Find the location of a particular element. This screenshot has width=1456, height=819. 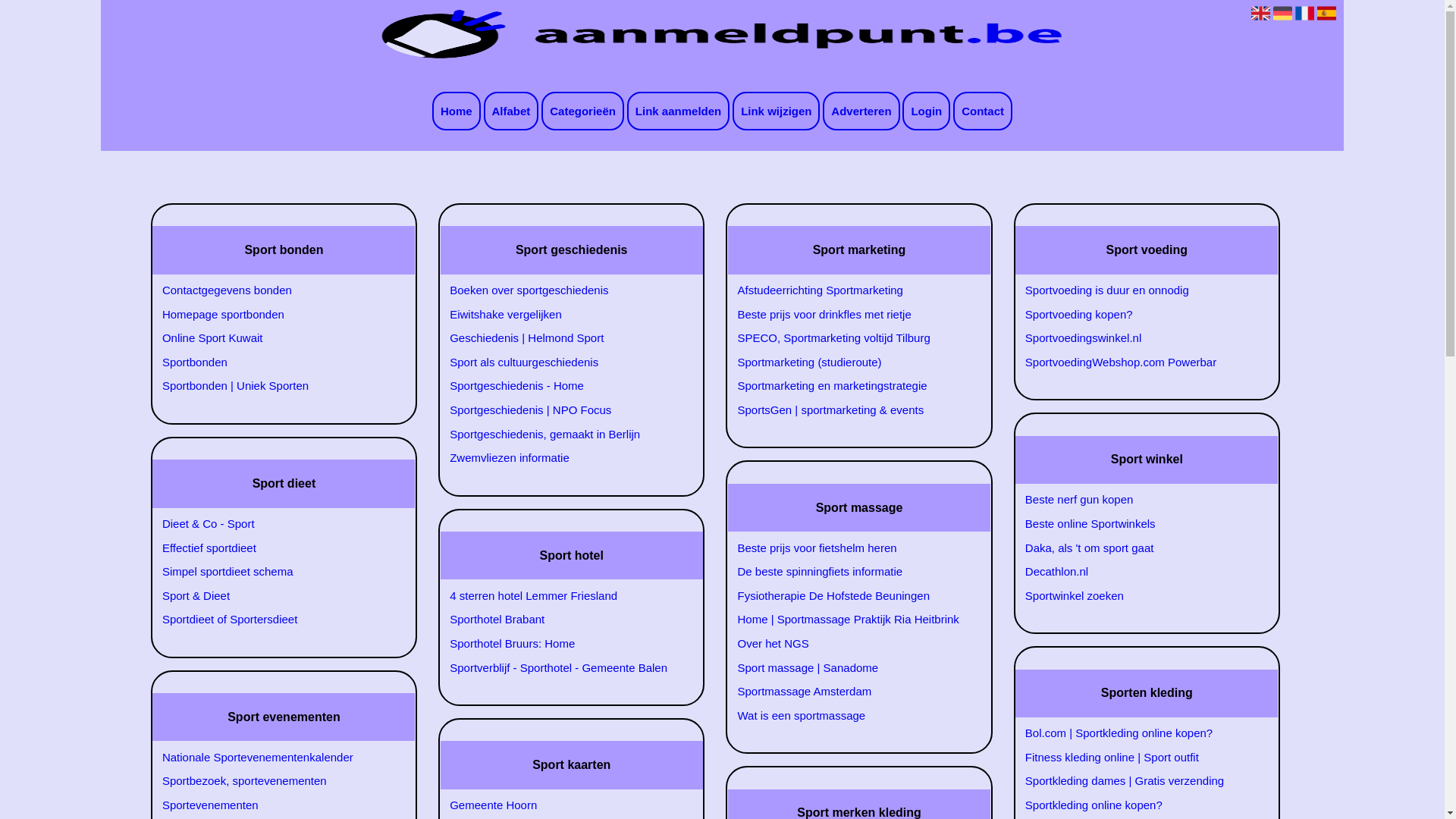

'Home' is located at coordinates (455, 110).